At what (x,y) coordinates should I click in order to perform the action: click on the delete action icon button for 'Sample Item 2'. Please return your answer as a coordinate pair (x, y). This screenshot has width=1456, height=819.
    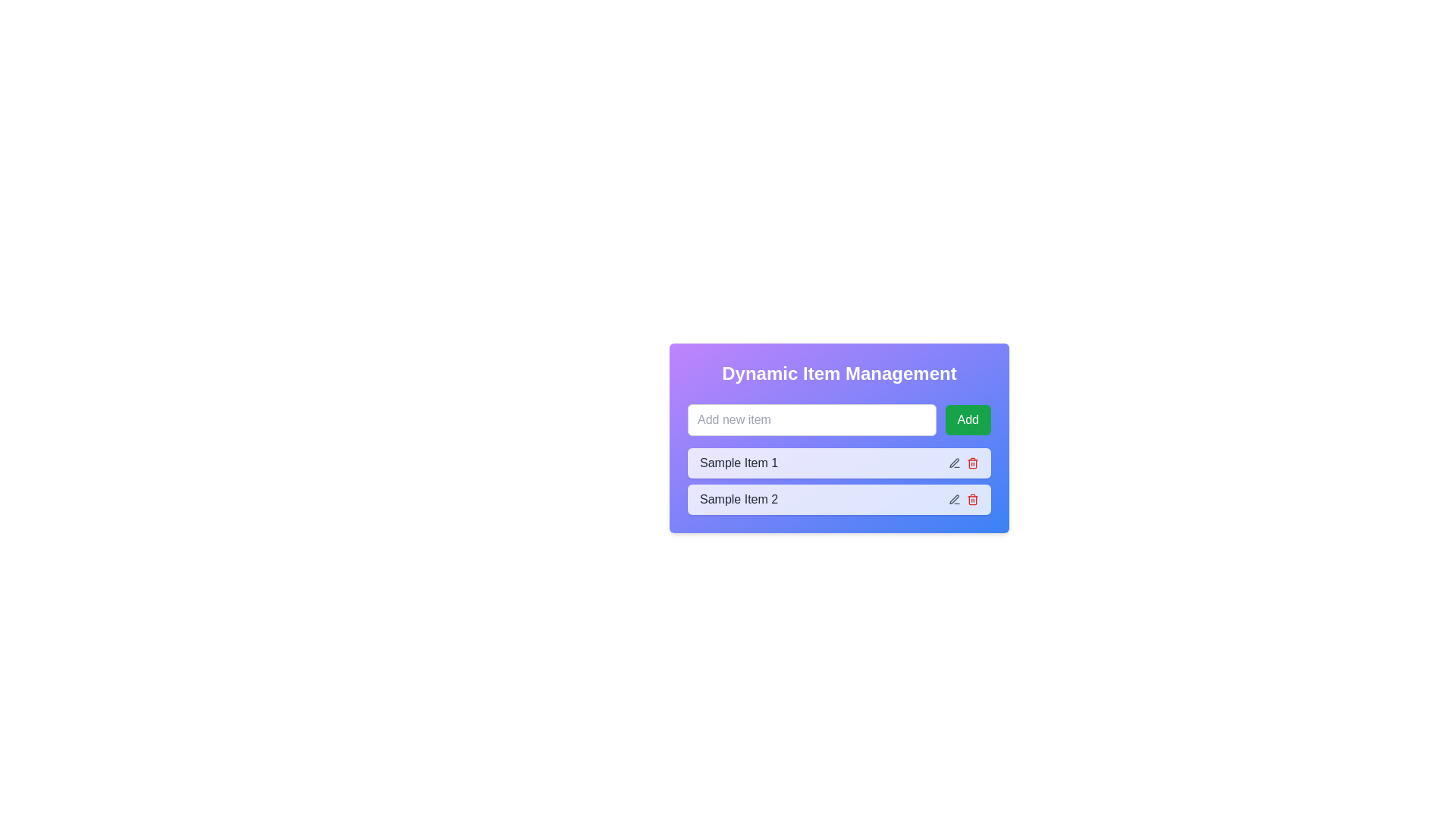
    Looking at the image, I should click on (972, 462).